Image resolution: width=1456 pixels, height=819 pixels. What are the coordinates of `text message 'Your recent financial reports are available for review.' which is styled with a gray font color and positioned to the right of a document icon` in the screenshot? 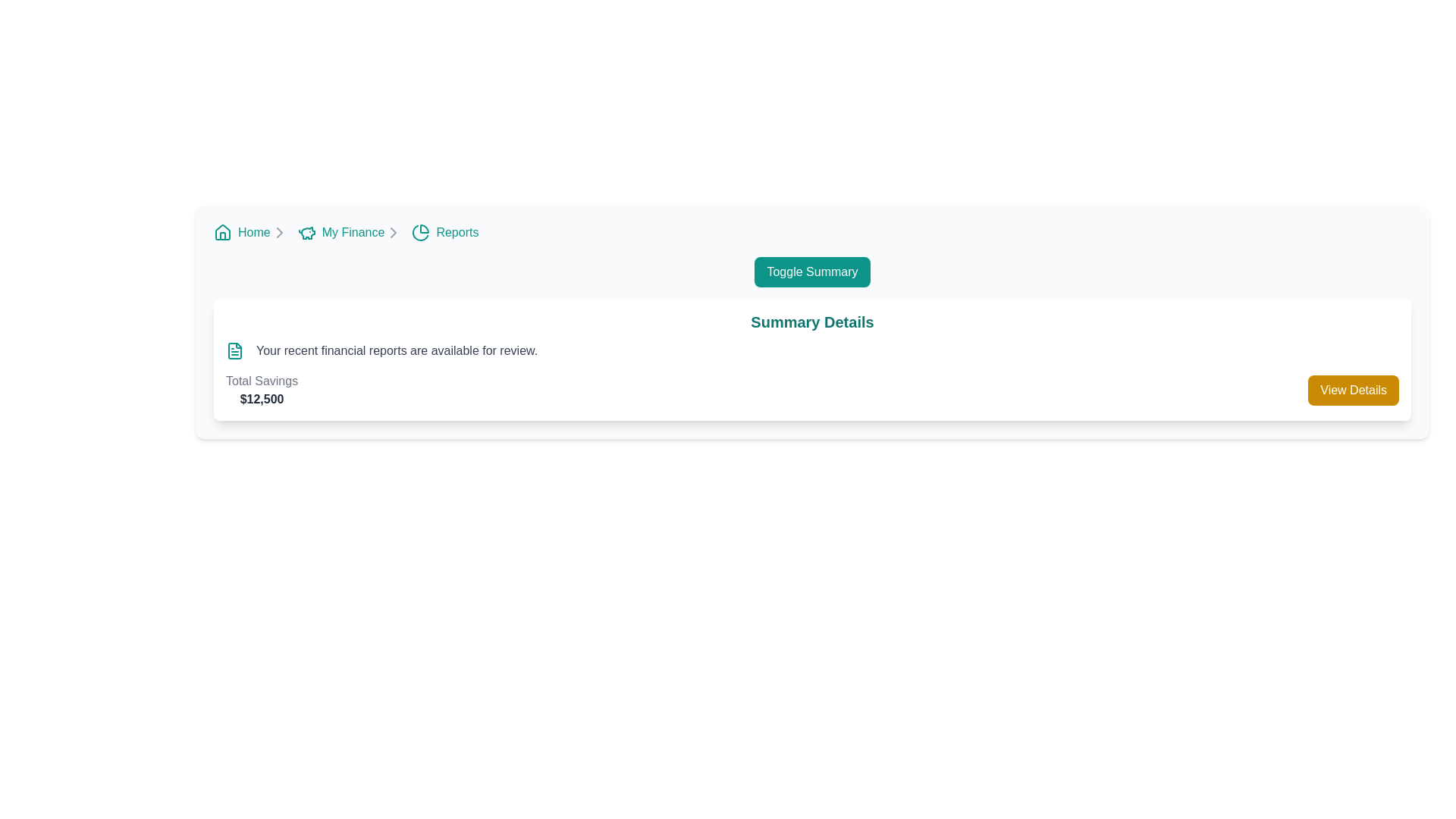 It's located at (397, 350).